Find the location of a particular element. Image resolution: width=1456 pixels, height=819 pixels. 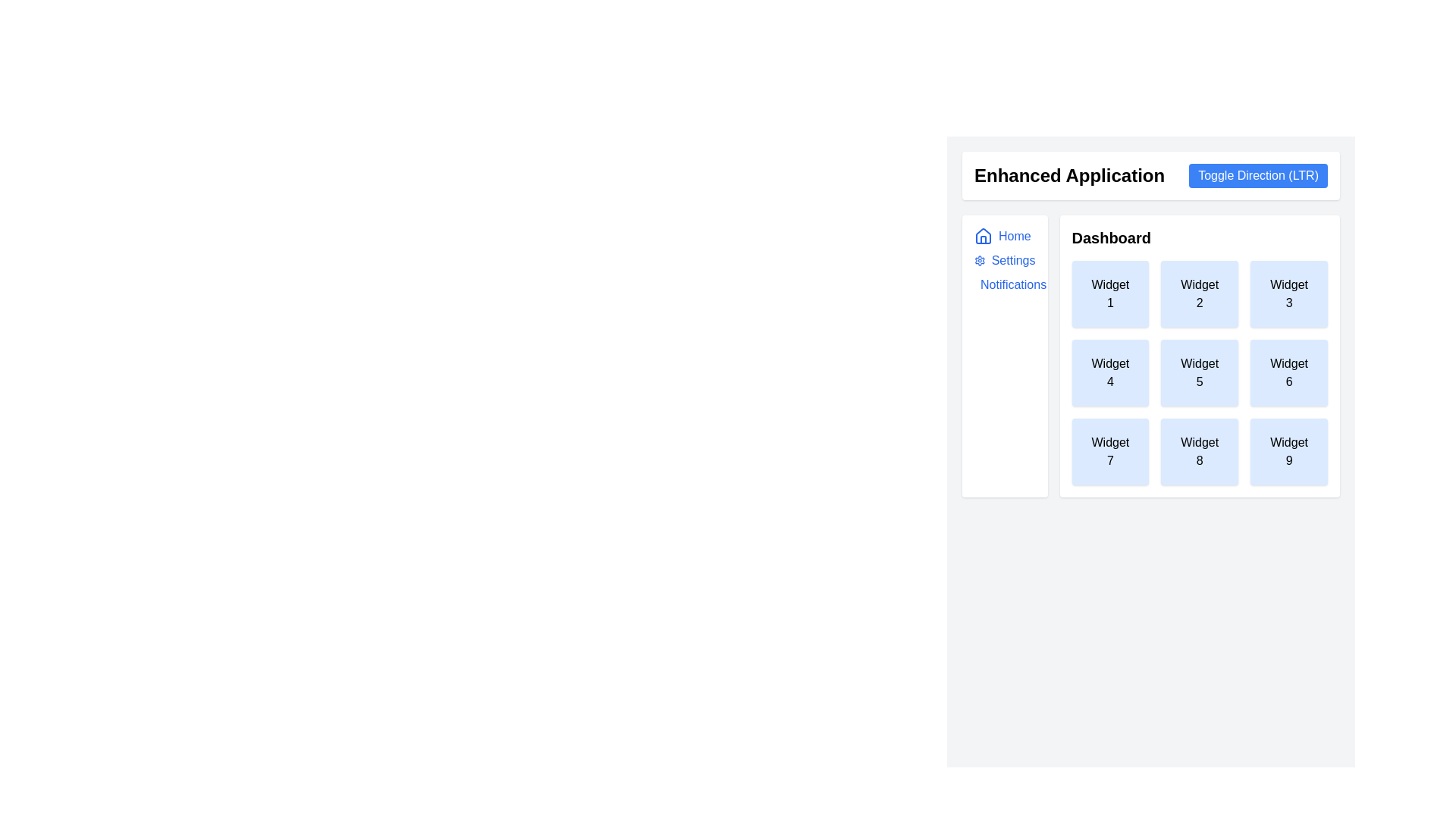

the gear-like settings icon located in the sidebar menu next to the 'Settings' label is located at coordinates (980, 259).